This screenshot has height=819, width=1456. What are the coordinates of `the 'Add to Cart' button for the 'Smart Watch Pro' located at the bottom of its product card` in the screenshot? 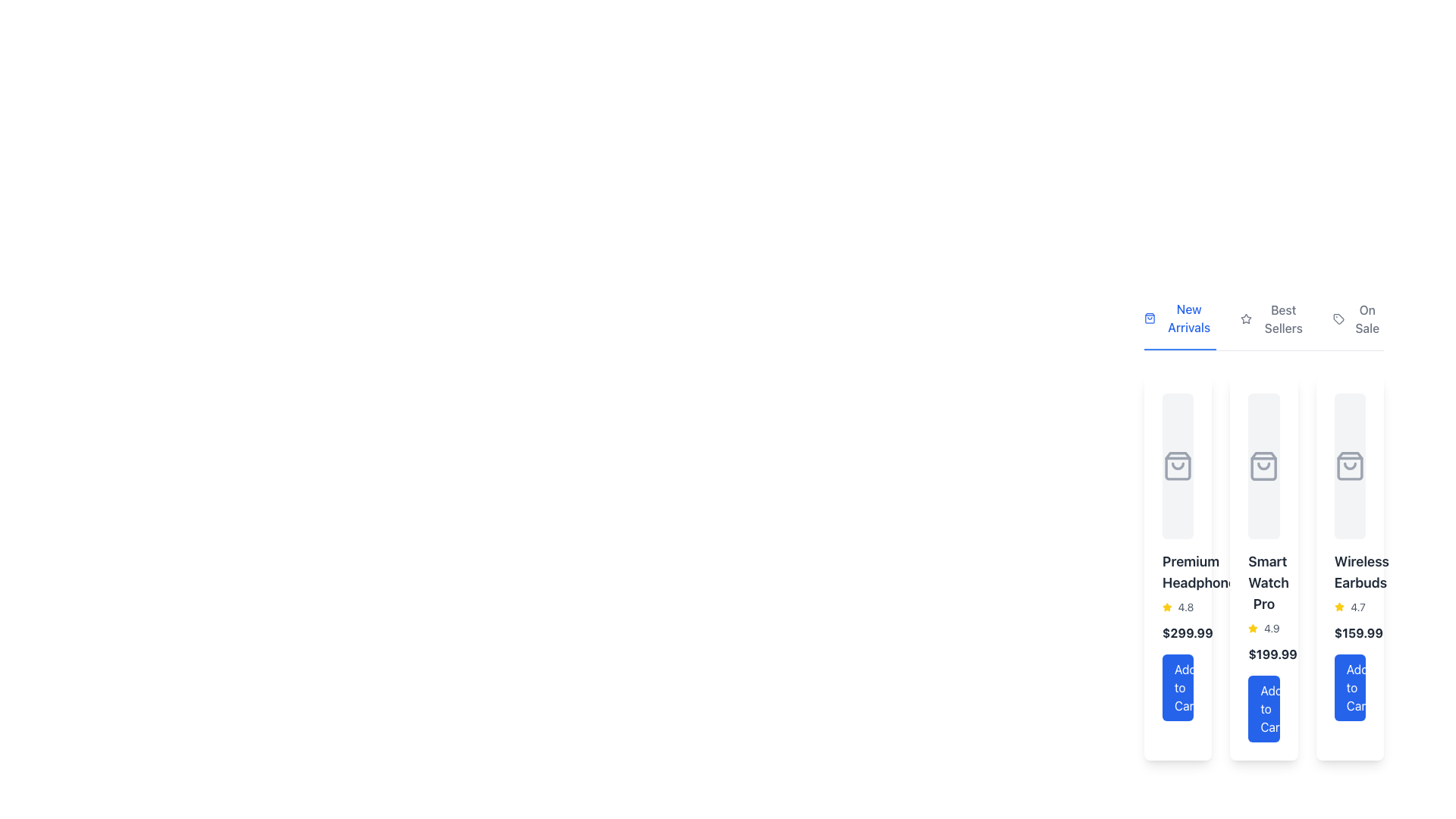 It's located at (1263, 708).